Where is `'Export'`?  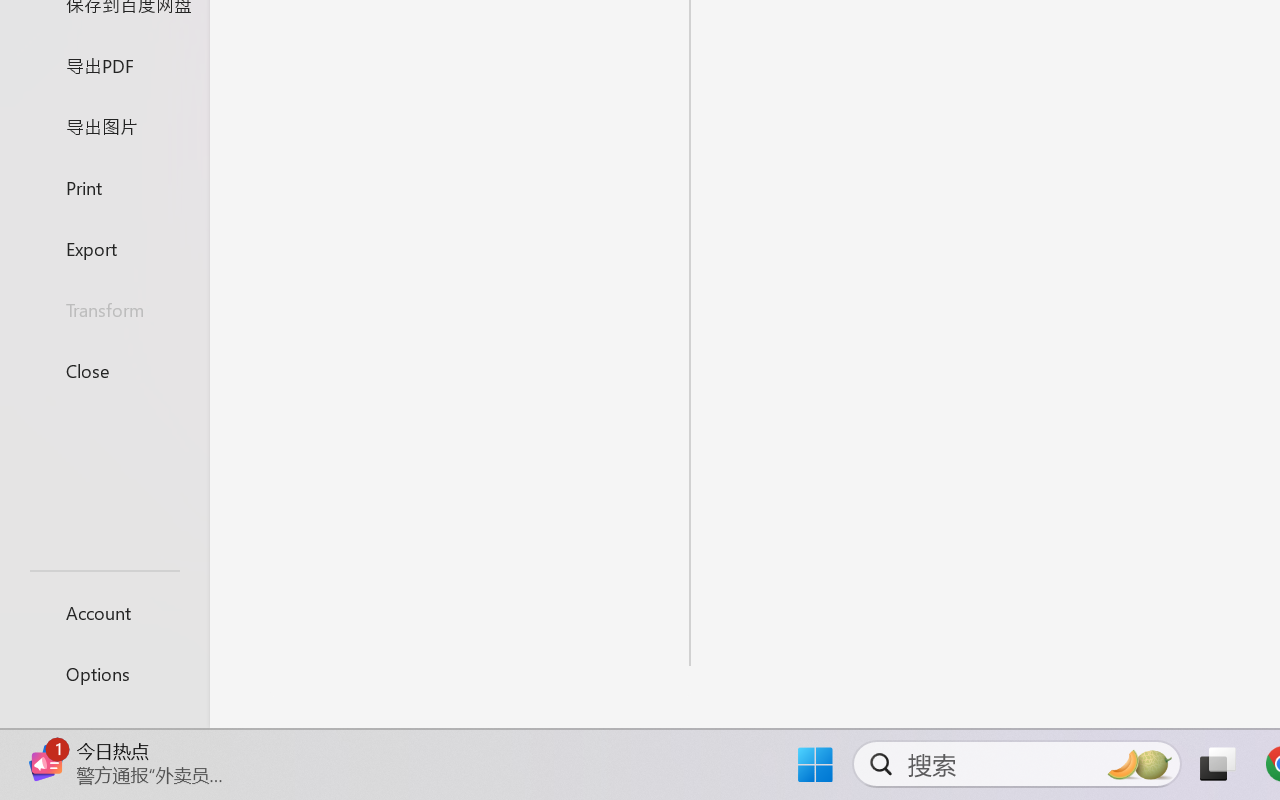
'Export' is located at coordinates (103, 247).